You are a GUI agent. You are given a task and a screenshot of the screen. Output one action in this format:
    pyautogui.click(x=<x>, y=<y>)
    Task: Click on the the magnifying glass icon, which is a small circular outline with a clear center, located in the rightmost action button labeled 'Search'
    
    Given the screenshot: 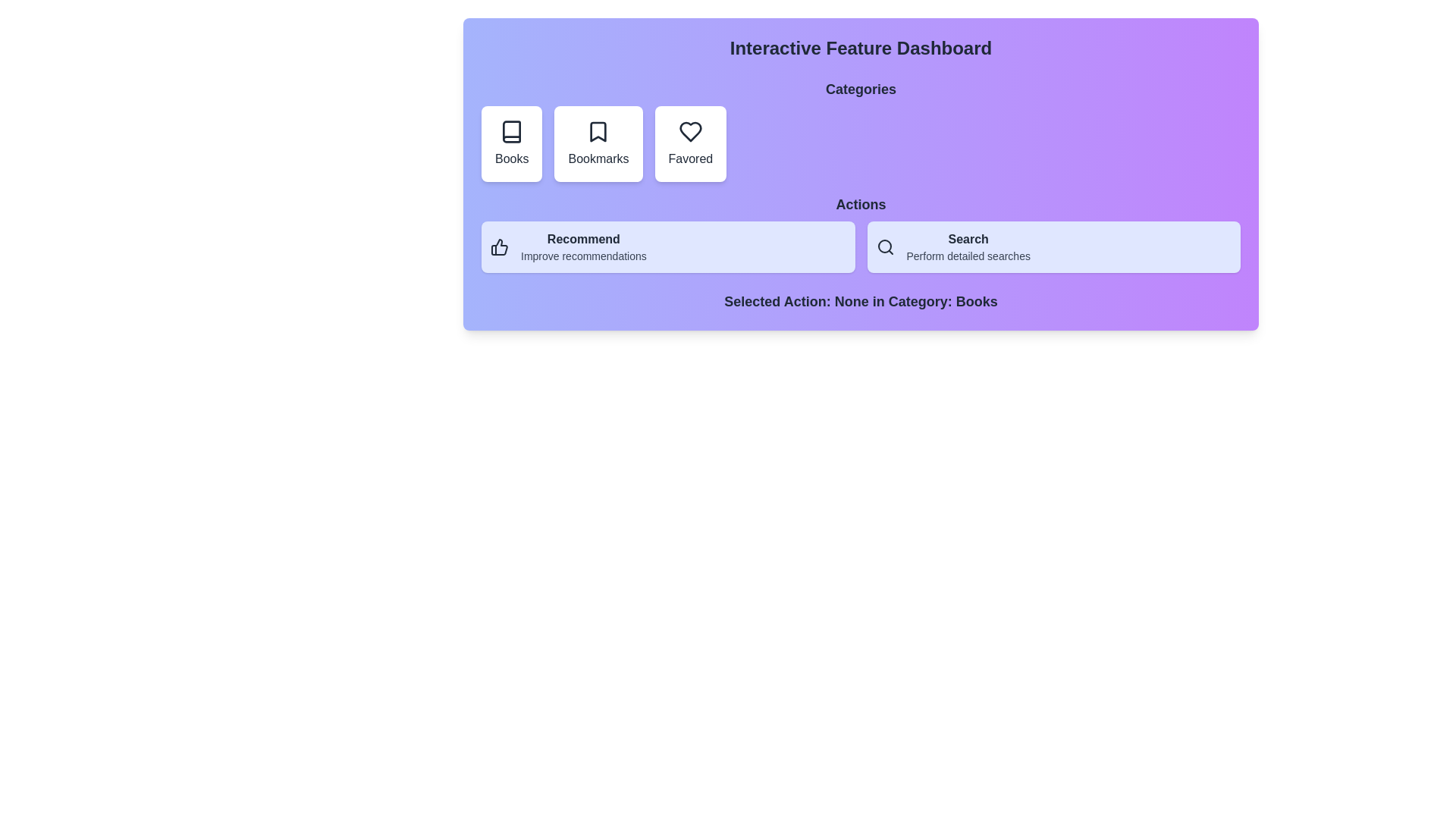 What is the action you would take?
    pyautogui.click(x=884, y=245)
    